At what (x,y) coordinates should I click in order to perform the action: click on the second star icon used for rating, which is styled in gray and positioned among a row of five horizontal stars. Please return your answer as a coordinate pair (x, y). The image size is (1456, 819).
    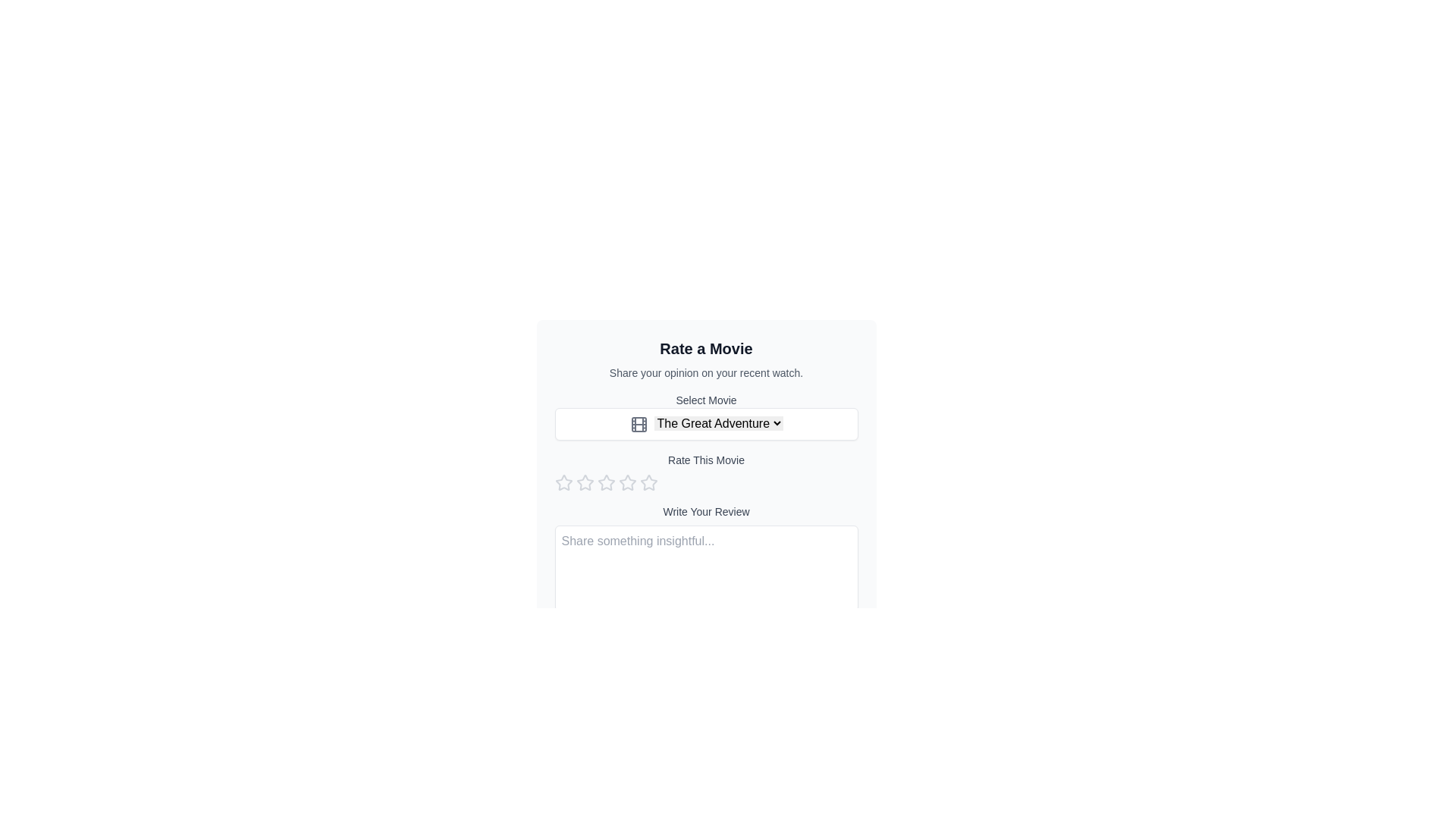
    Looking at the image, I should click on (584, 482).